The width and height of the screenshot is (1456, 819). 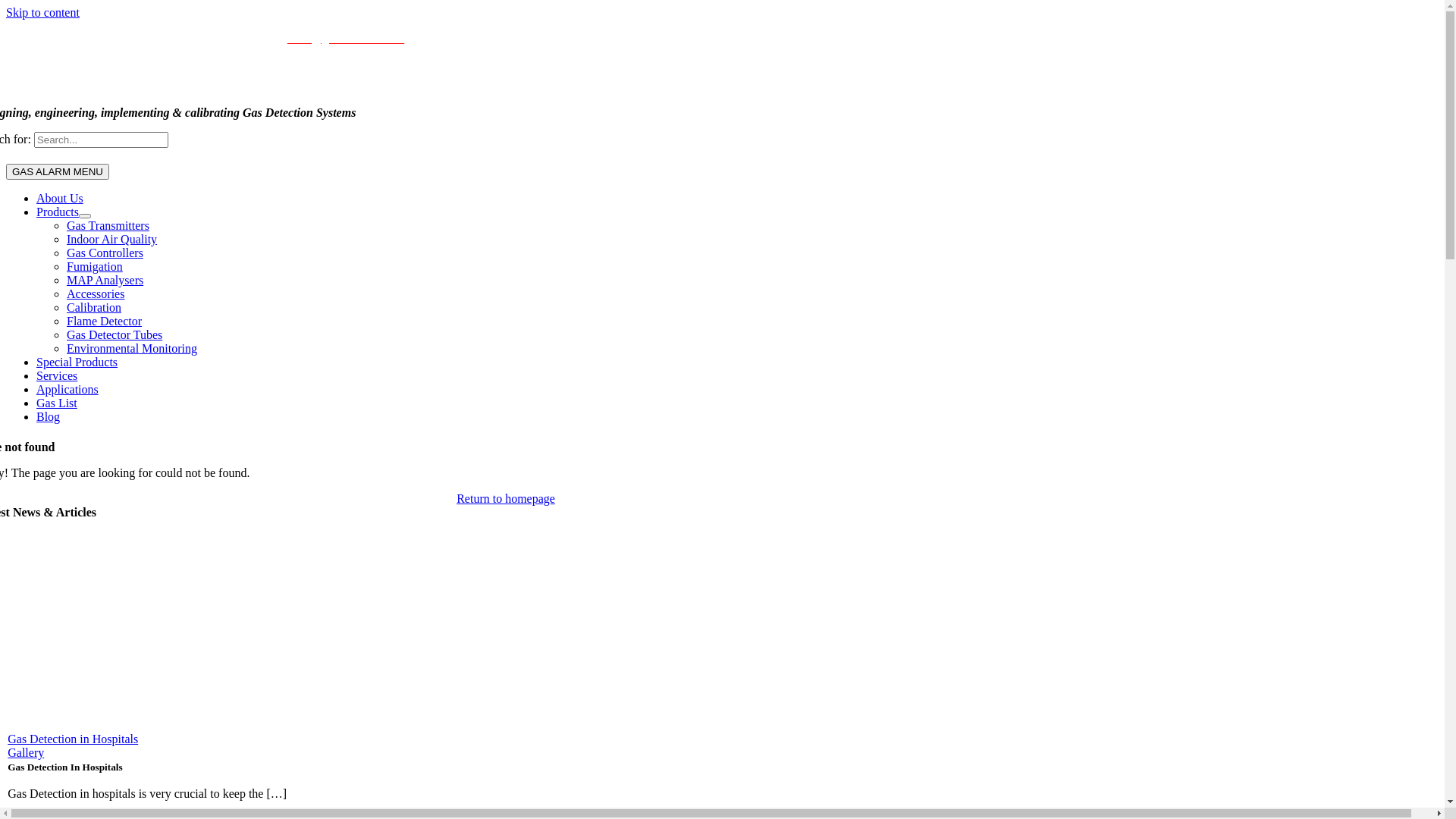 I want to click on 'Indoor Air Quality', so click(x=111, y=239).